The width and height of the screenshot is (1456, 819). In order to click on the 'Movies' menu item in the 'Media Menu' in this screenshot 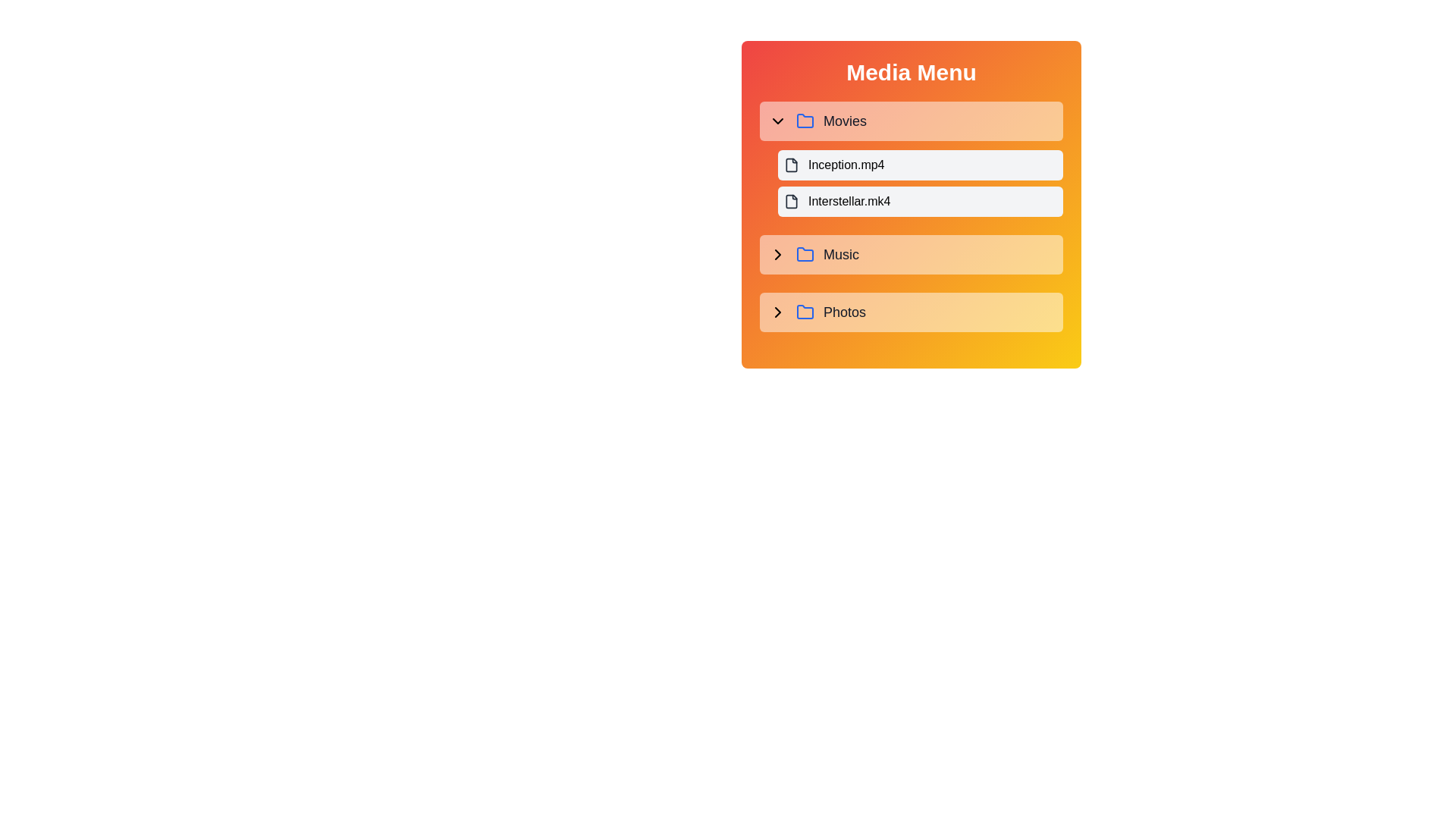, I will do `click(817, 120)`.